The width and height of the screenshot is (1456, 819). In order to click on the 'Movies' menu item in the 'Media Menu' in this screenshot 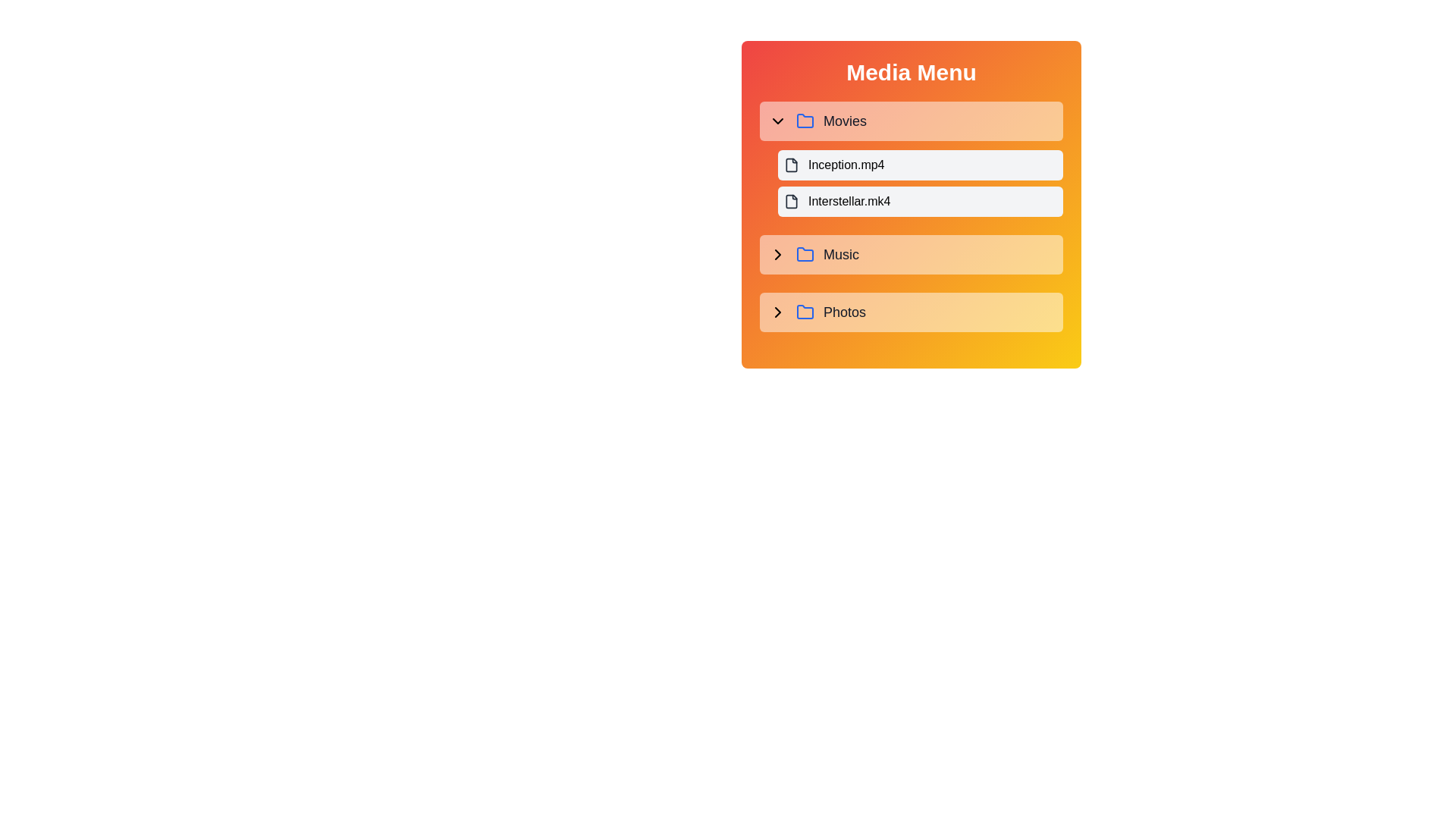, I will do `click(817, 120)`.